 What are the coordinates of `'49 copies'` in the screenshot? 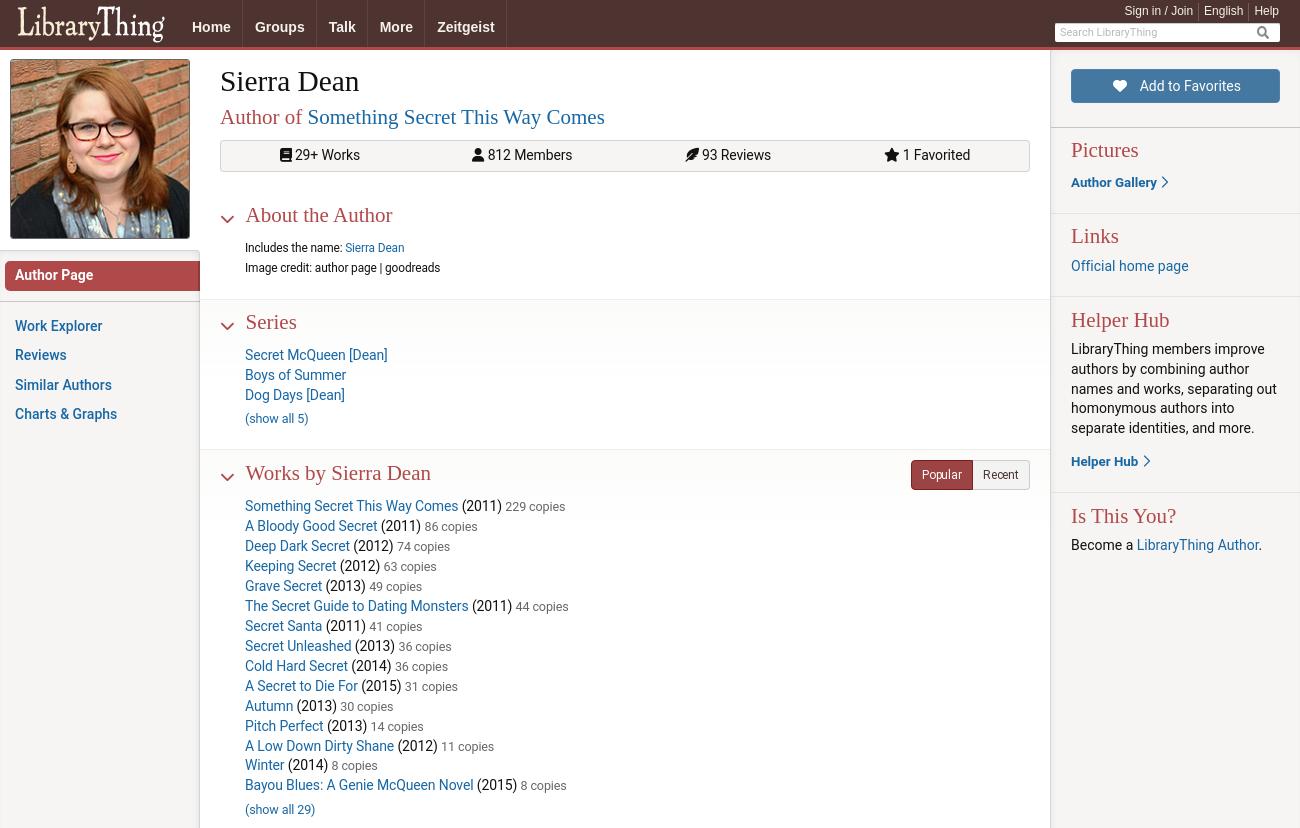 It's located at (367, 585).